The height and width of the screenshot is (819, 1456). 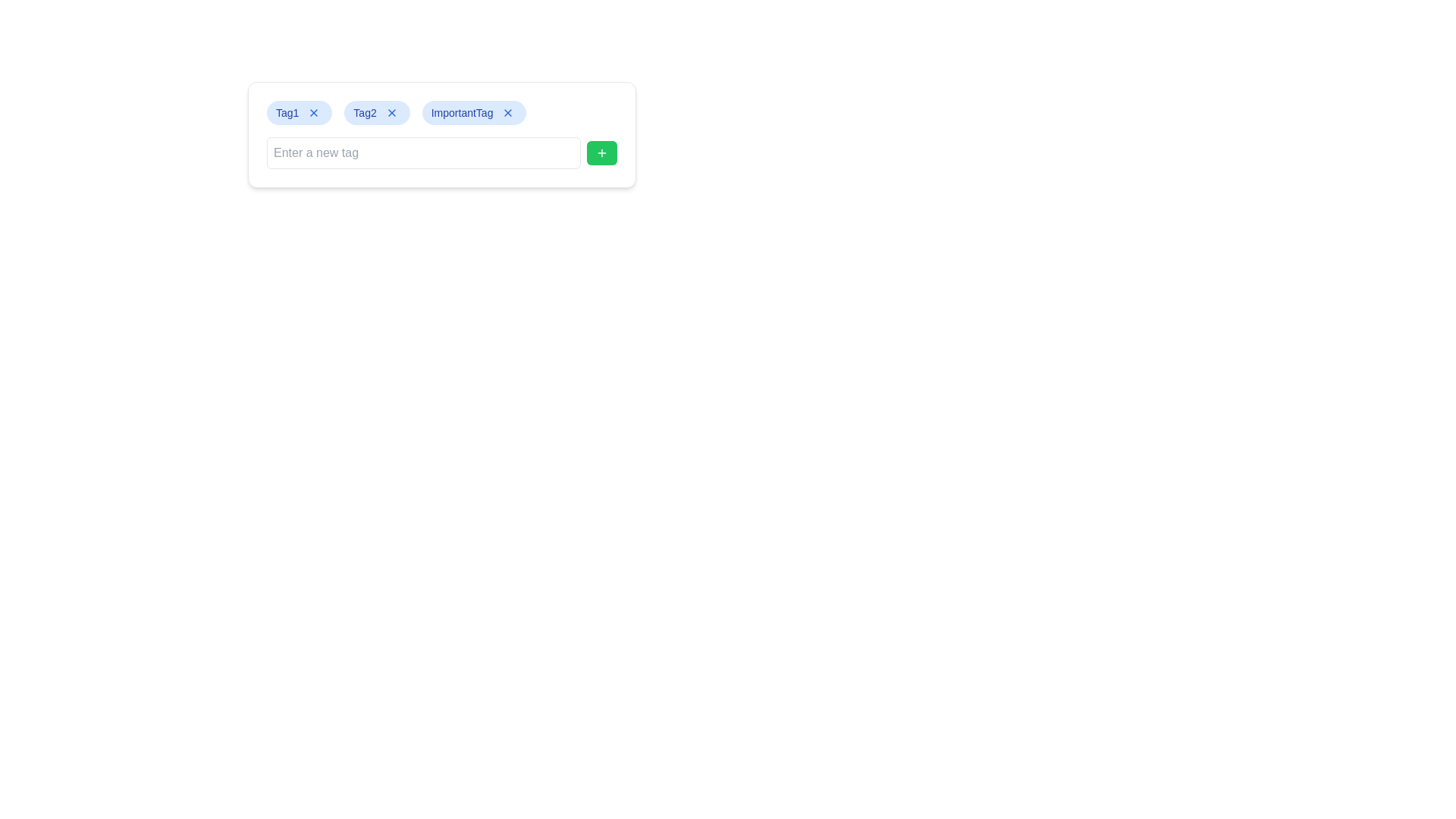 I want to click on the 'x' icon on a tag label within the horizontal arrangement of rounded pills with a light blue background, so click(x=441, y=112).